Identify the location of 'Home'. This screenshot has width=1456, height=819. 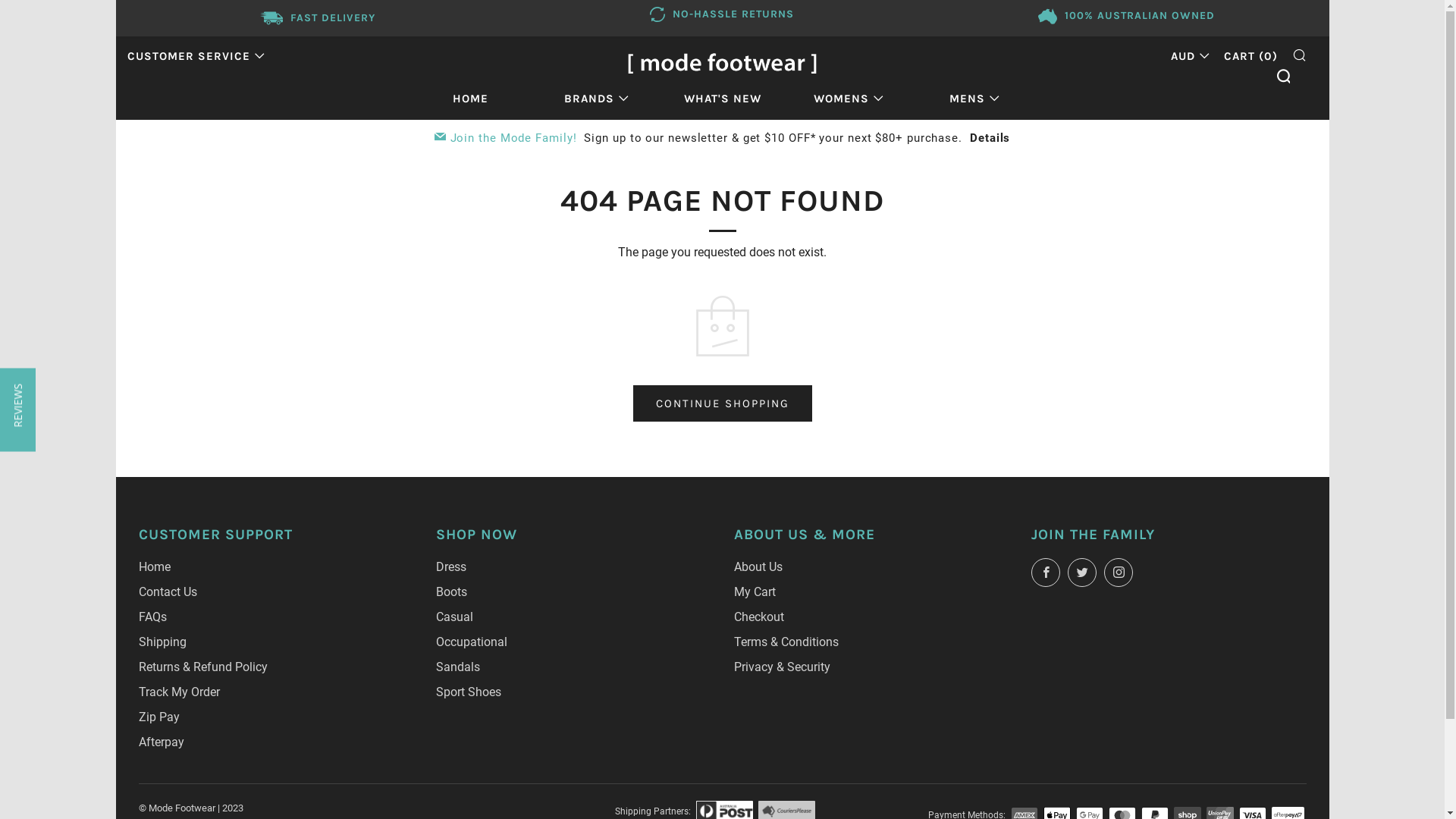
(138, 566).